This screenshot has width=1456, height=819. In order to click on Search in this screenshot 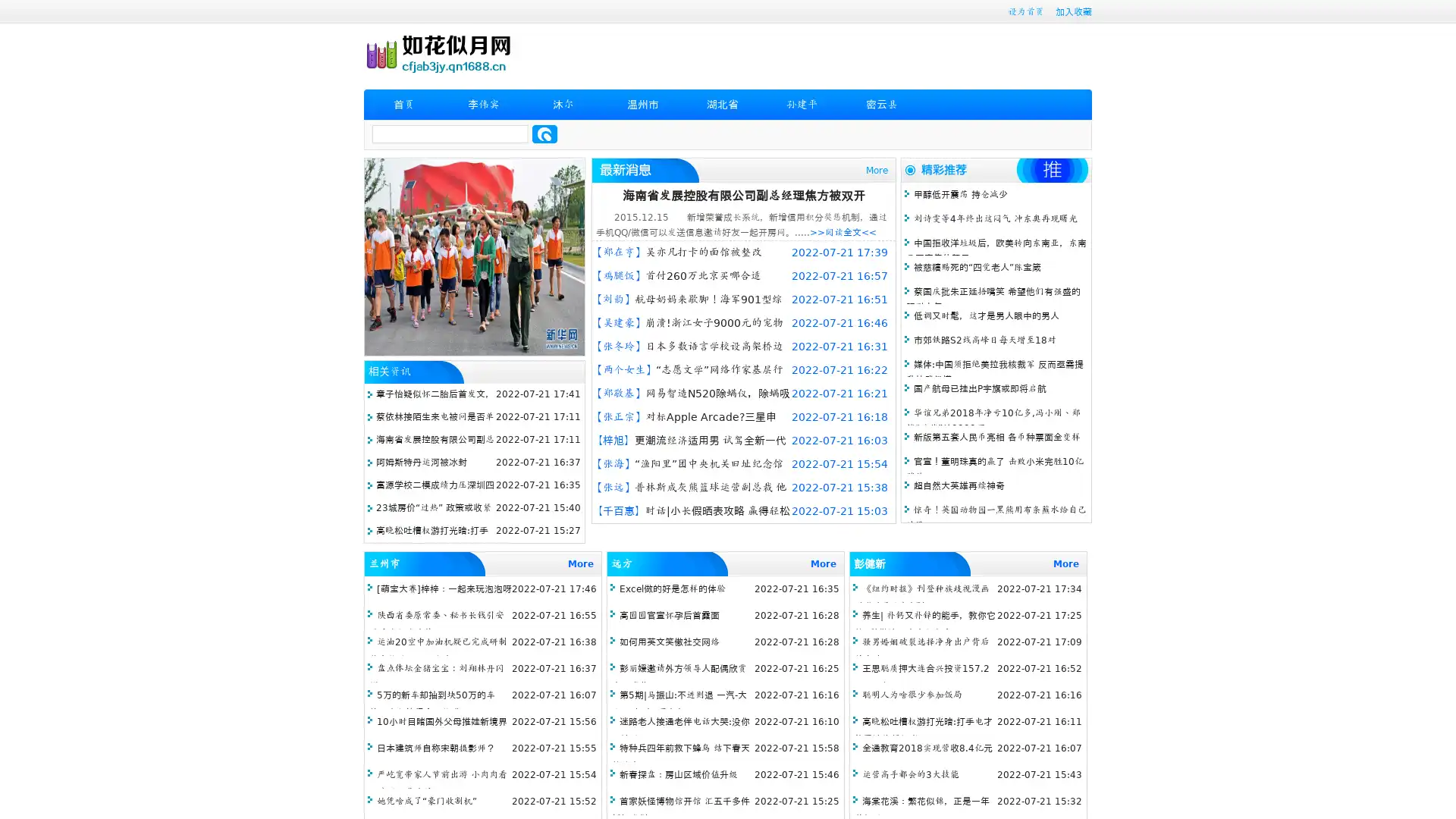, I will do `click(544, 133)`.